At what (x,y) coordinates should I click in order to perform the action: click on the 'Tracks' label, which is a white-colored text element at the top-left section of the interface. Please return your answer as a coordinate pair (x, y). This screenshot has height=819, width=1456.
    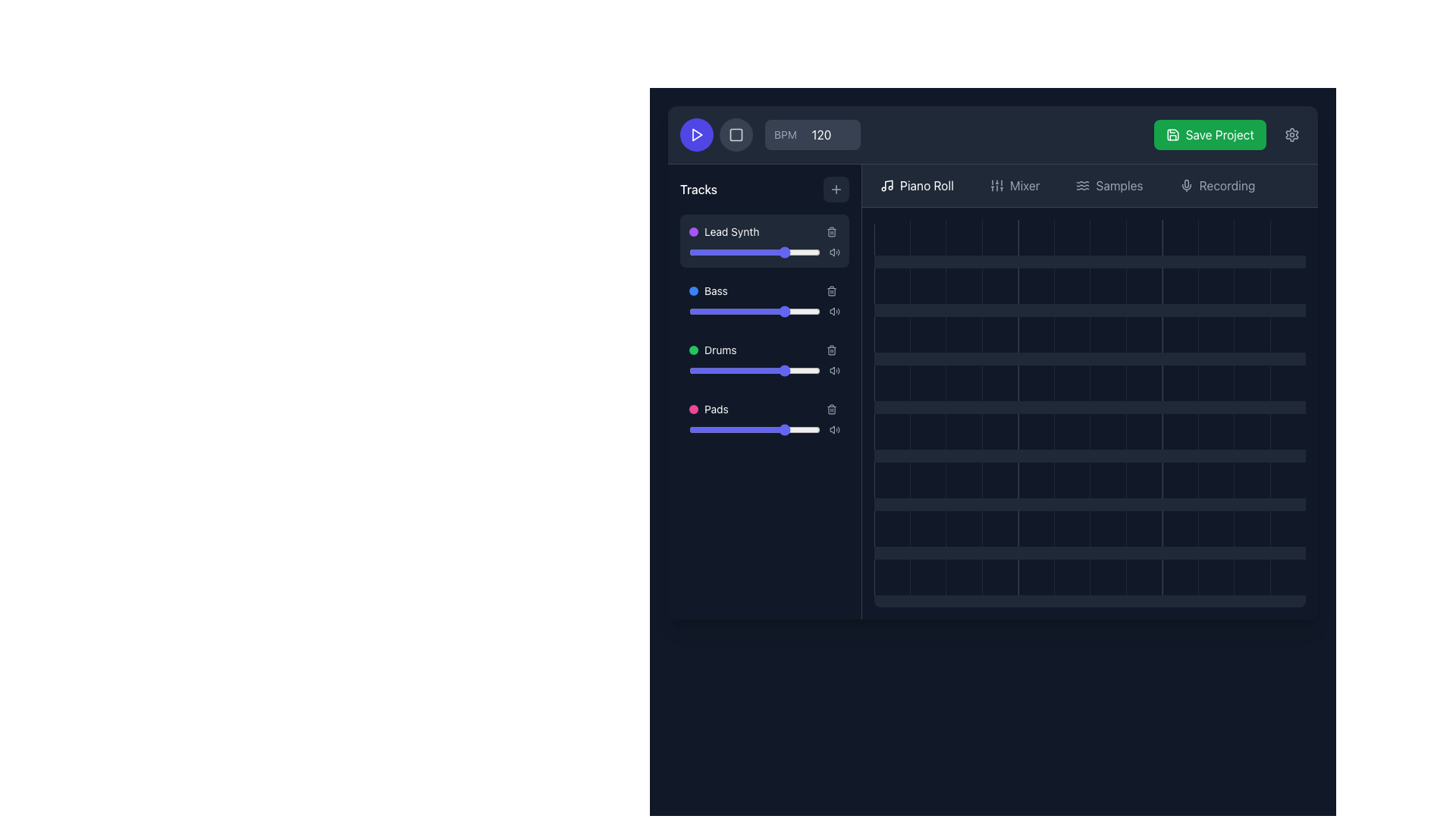
    Looking at the image, I should click on (698, 189).